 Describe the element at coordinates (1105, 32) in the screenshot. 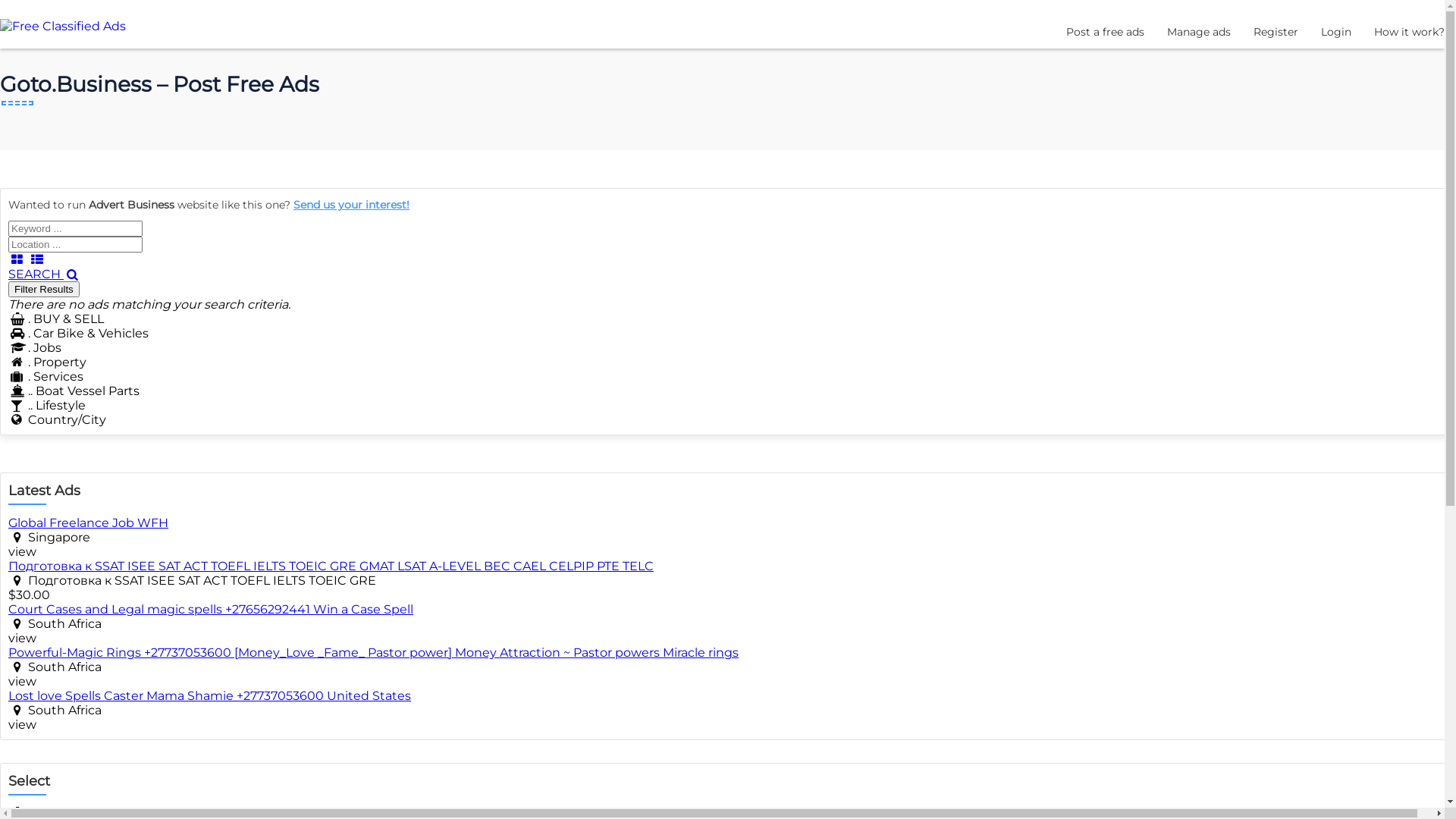

I see `'Post a free ads'` at that location.